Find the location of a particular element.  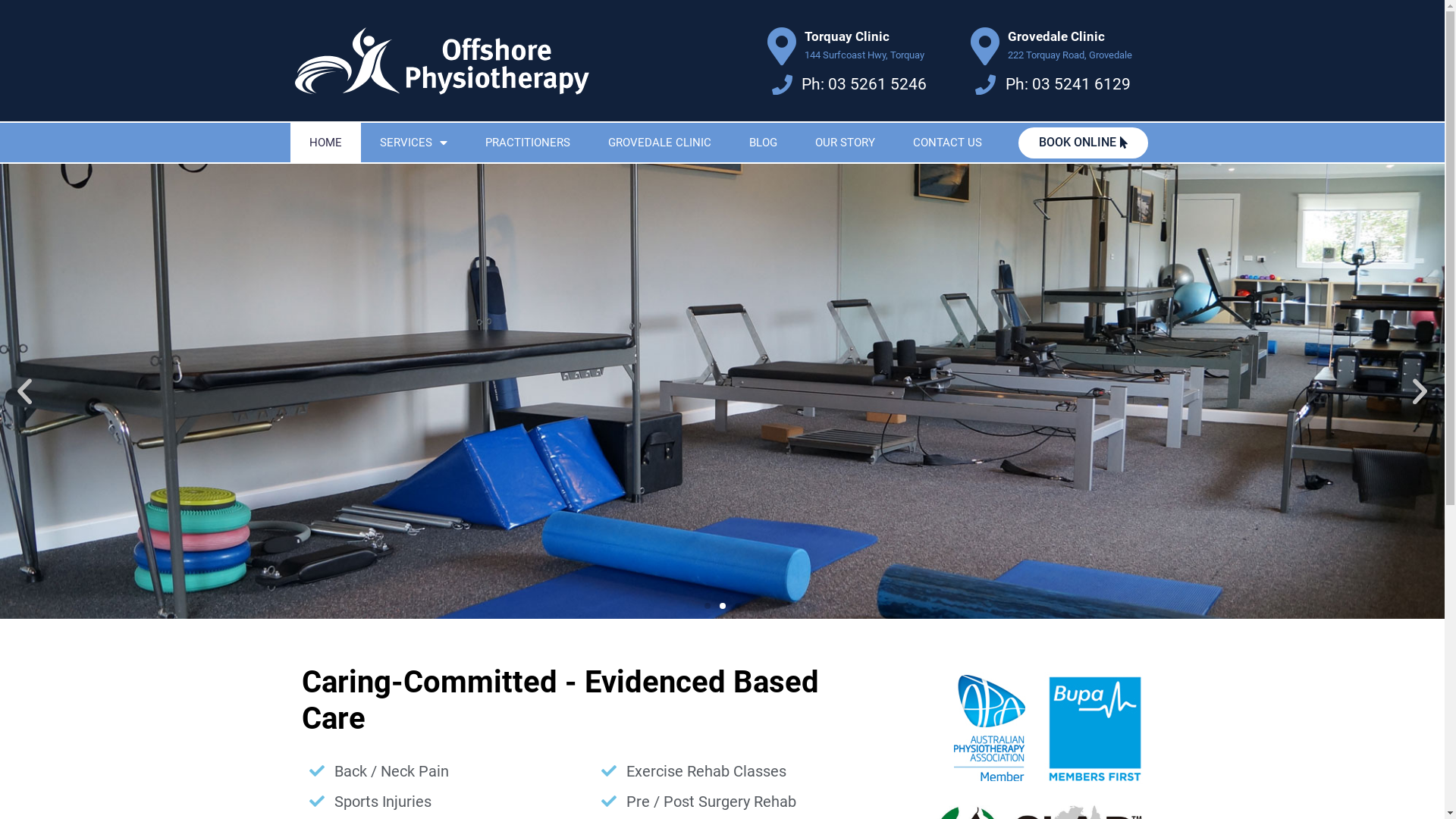

'Exercise Rehab Classes' is located at coordinates (739, 771).